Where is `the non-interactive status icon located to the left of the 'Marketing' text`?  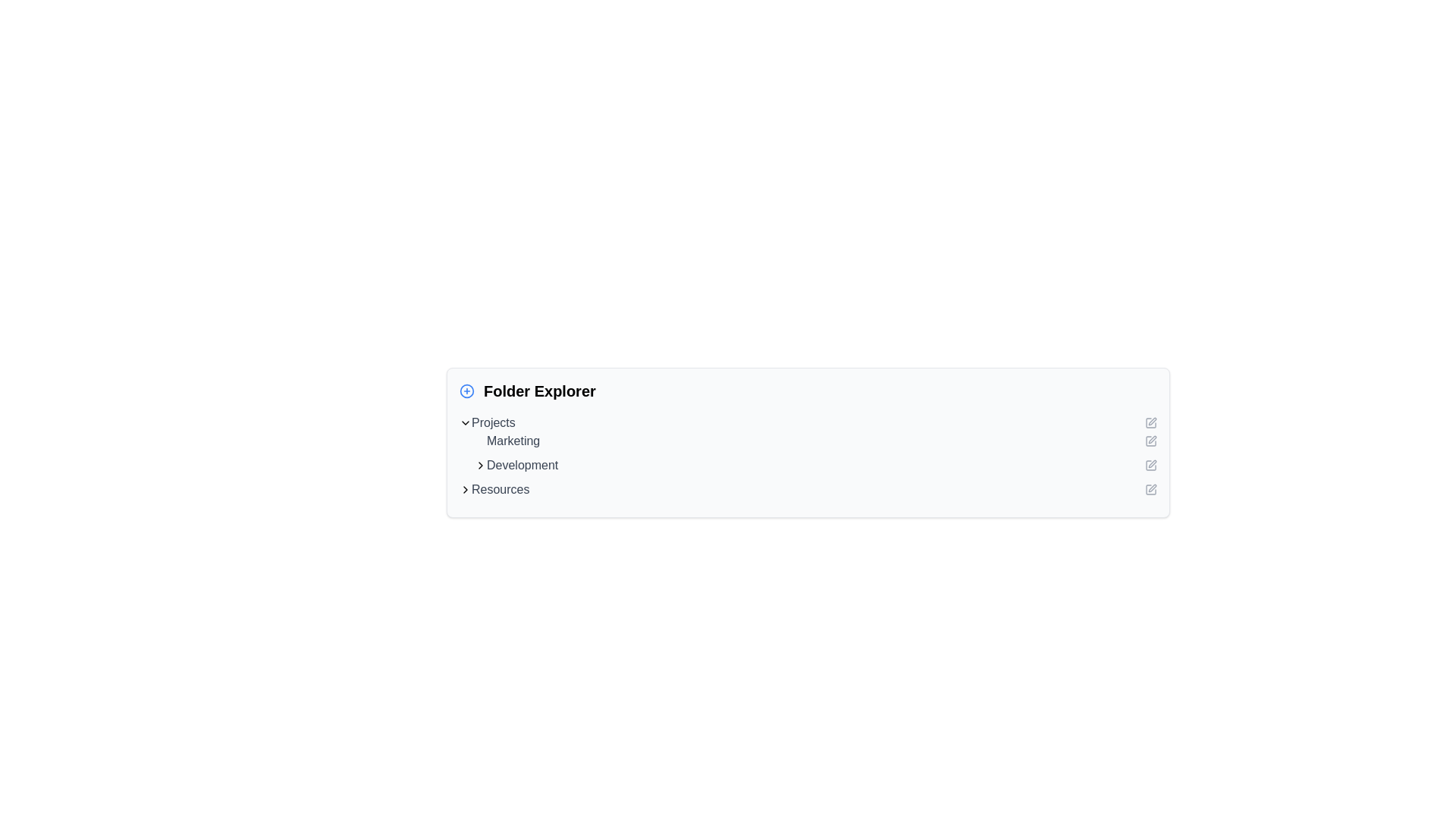
the non-interactive status icon located to the left of the 'Marketing' text is located at coordinates (479, 441).